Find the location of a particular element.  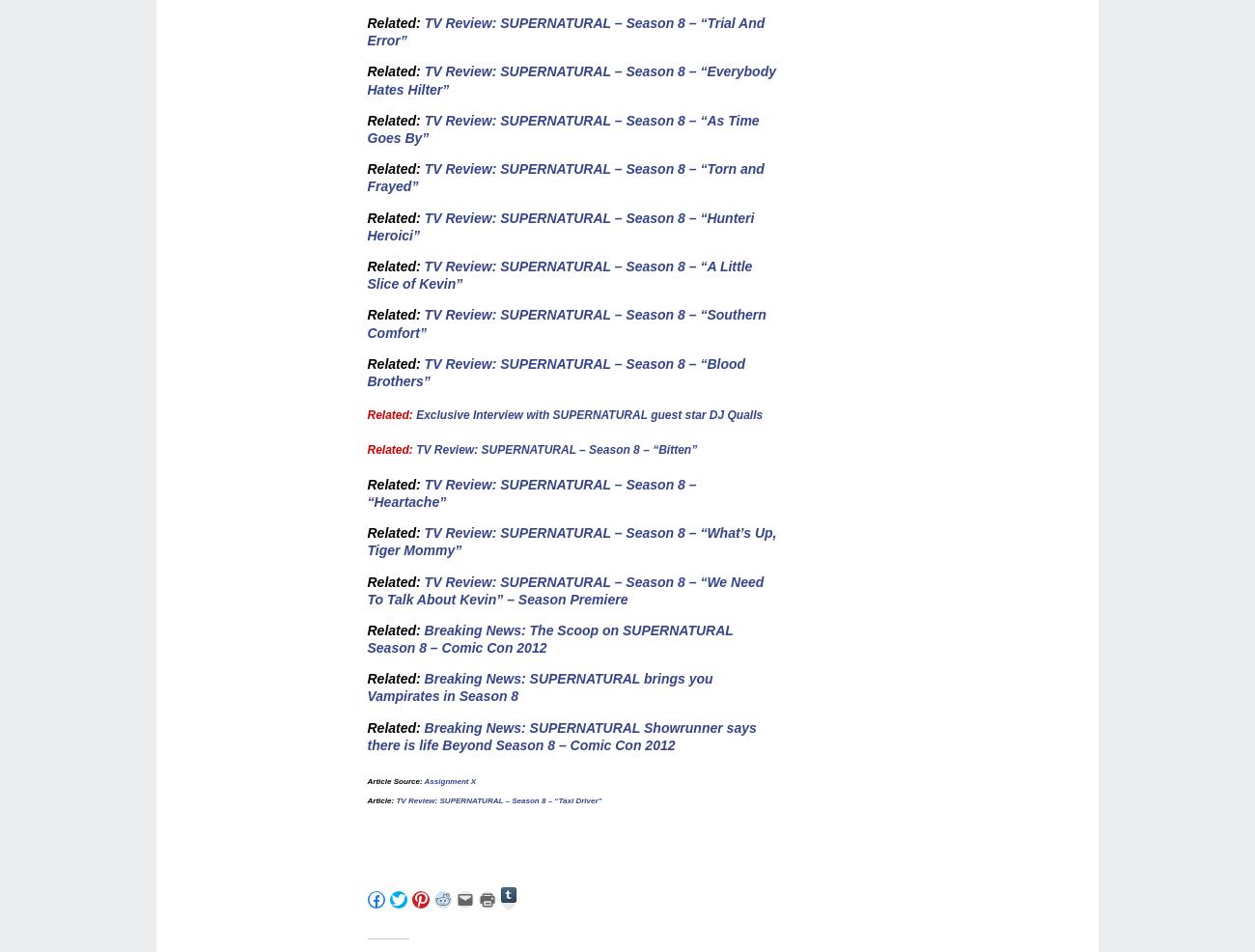

'Breaking News: SUPERNATURAL Showrunner says there is life Beyond Season 8 – Comic Con 2012' is located at coordinates (560, 735).